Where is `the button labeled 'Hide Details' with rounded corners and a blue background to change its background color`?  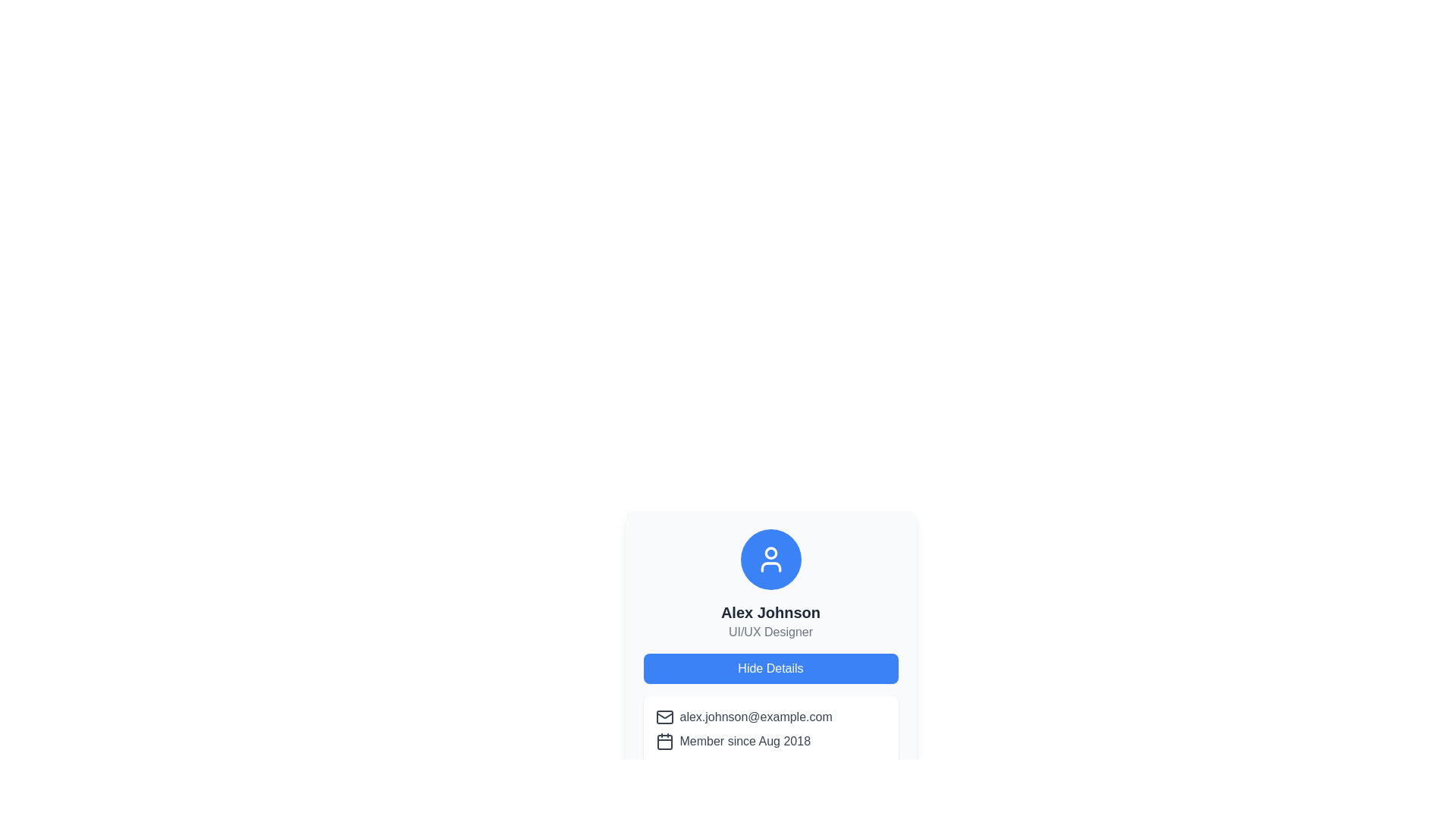 the button labeled 'Hide Details' with rounded corners and a blue background to change its background color is located at coordinates (770, 668).